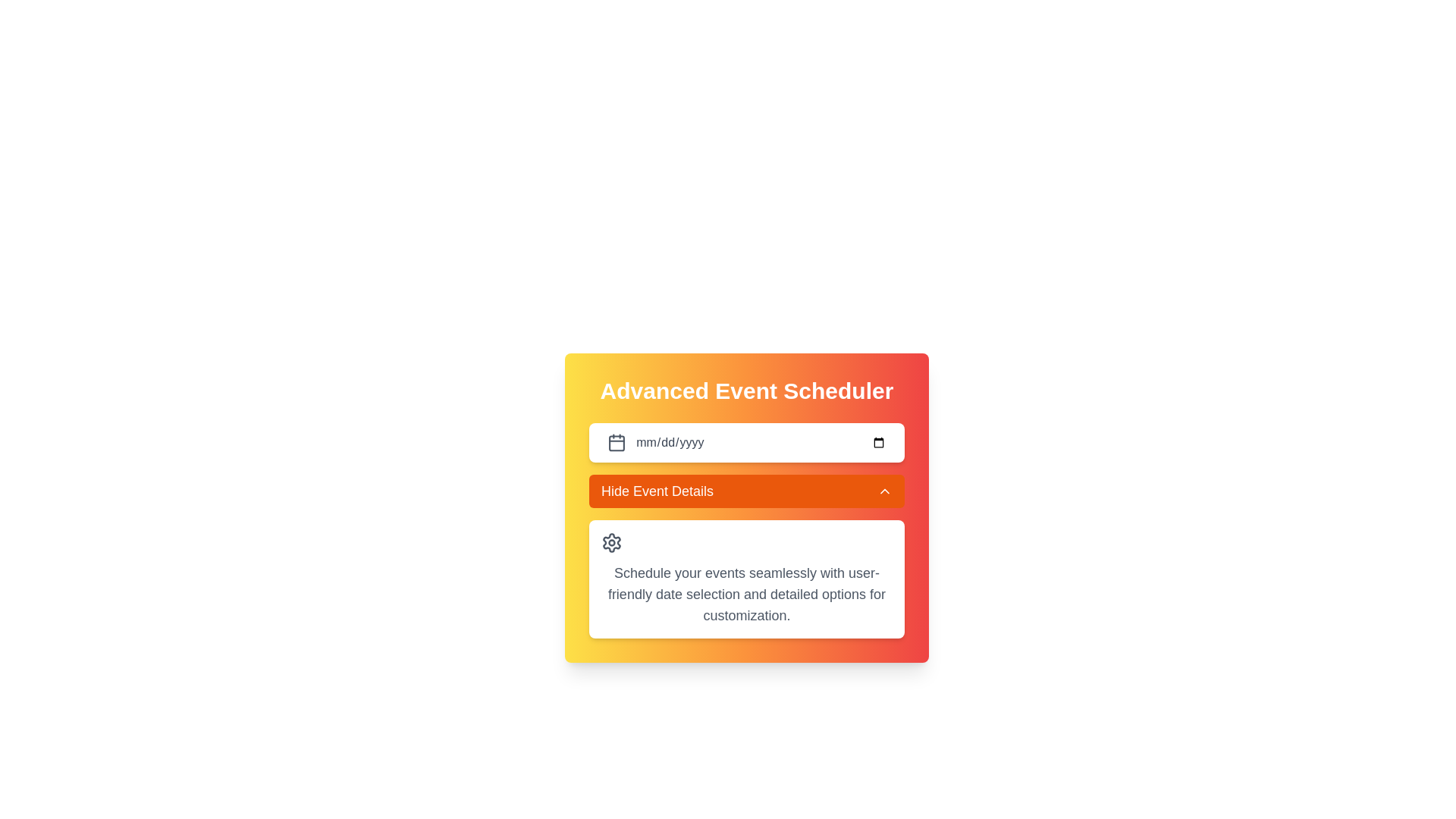 This screenshot has width=1456, height=819. I want to click on the Descriptive Information Block that contains a settings icon and descriptive text about scheduling events, located below the 'Hide Event Details' button in the 'Advanced Event Scheduler' card, so click(746, 579).